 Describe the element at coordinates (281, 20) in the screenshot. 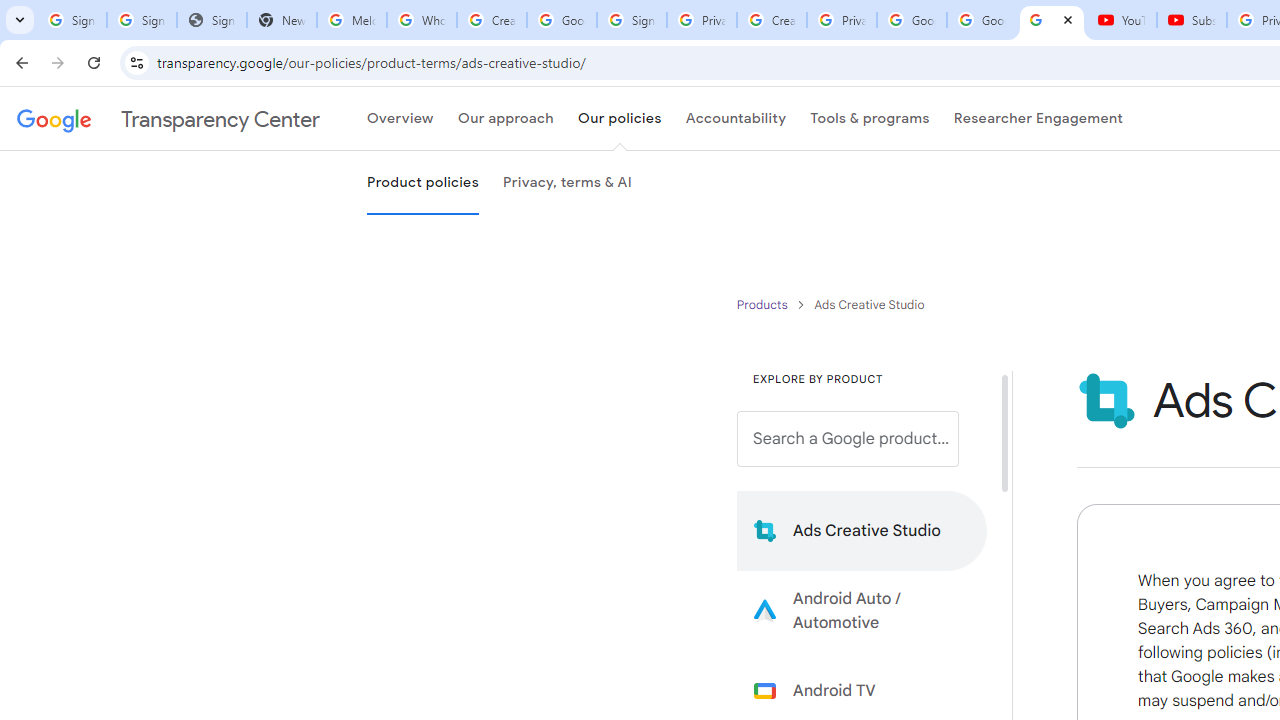

I see `'New Tab'` at that location.